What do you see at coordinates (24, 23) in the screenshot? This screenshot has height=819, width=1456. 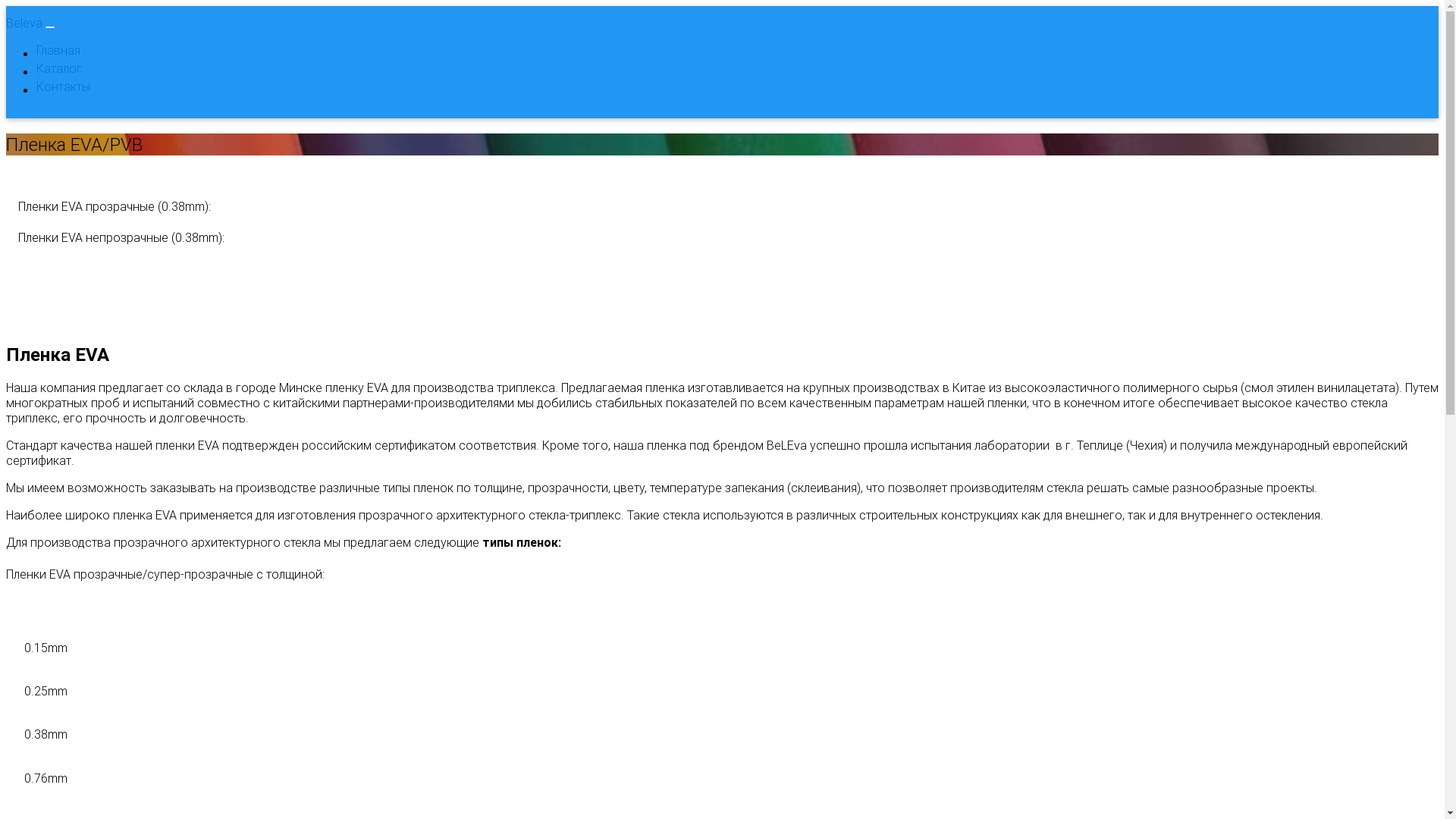 I see `'Beleva'` at bounding box center [24, 23].